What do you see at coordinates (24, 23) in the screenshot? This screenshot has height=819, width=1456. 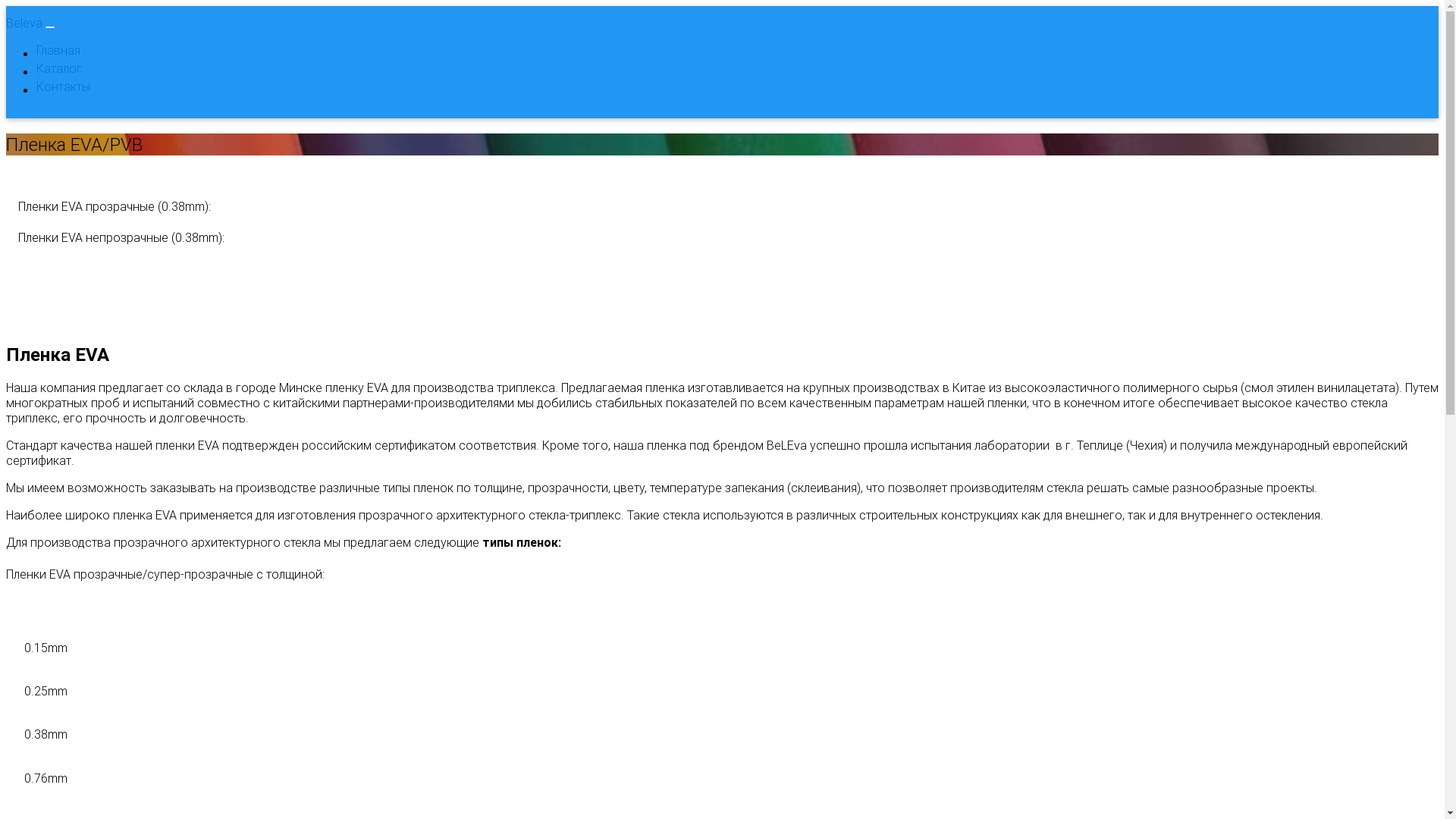 I see `'Beleva'` at bounding box center [24, 23].